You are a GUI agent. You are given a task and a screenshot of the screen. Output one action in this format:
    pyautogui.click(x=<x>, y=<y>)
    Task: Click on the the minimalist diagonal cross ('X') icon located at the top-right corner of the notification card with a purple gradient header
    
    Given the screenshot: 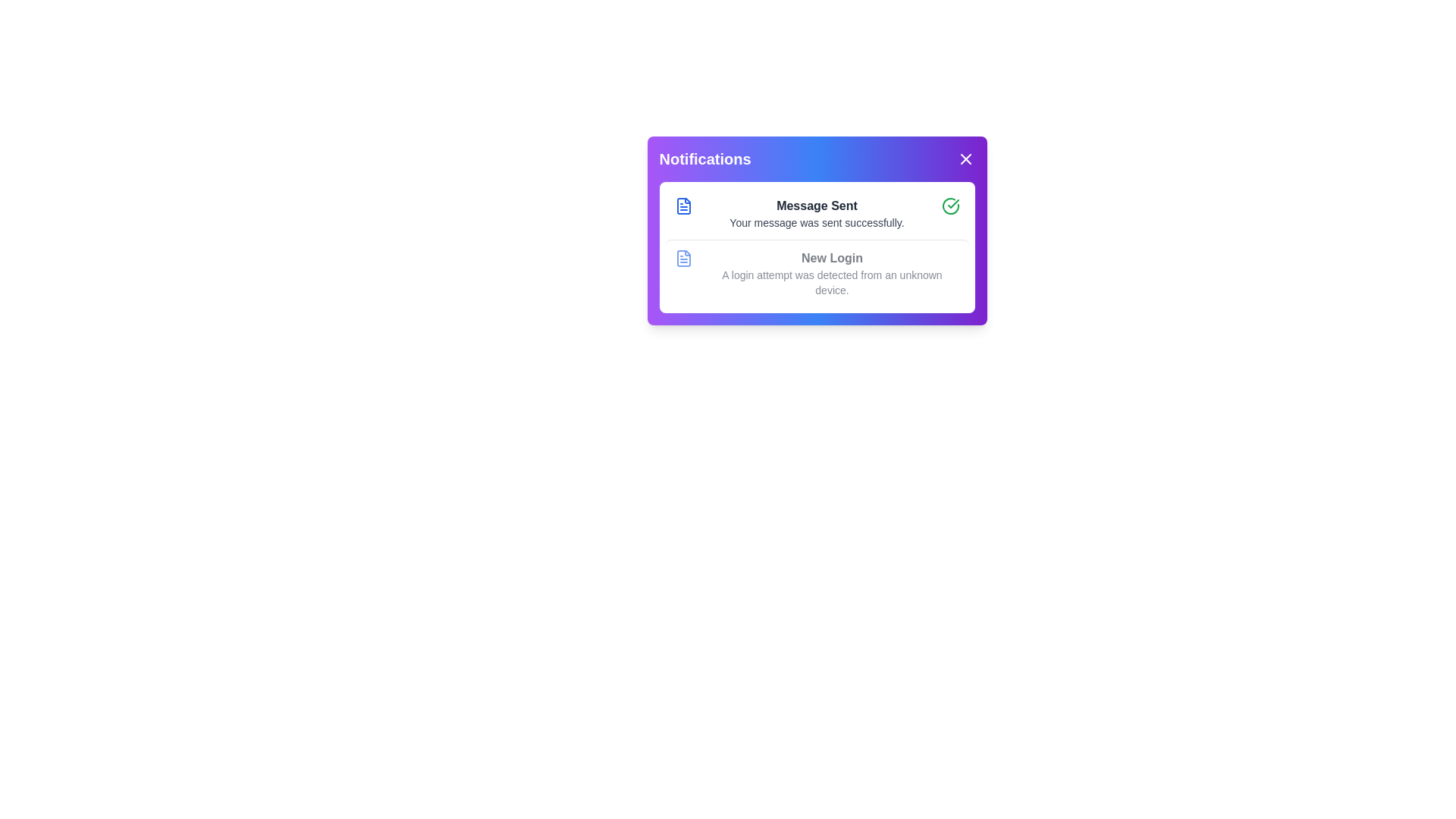 What is the action you would take?
    pyautogui.click(x=965, y=158)
    